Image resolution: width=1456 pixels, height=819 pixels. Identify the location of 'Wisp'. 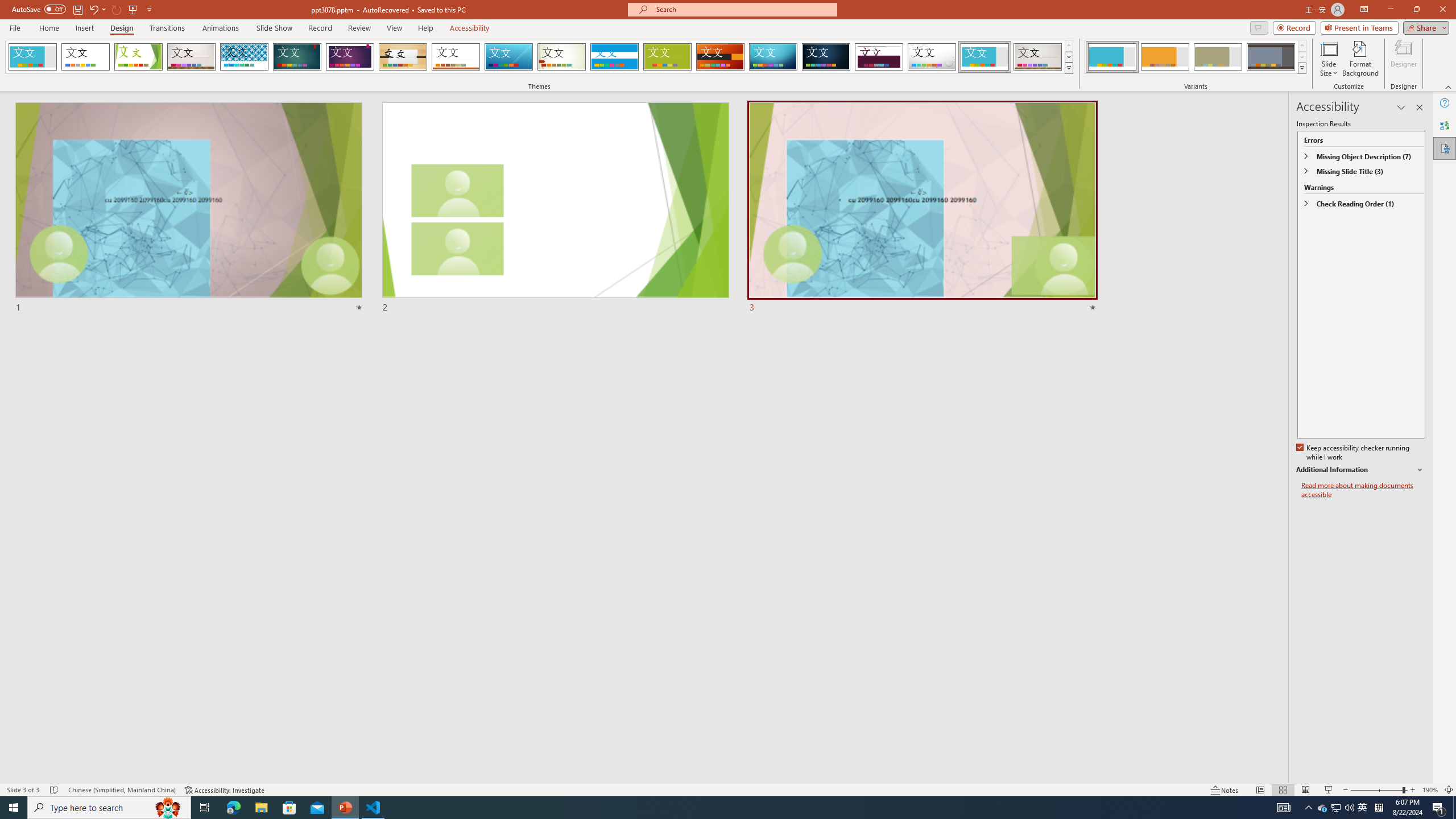
(561, 56).